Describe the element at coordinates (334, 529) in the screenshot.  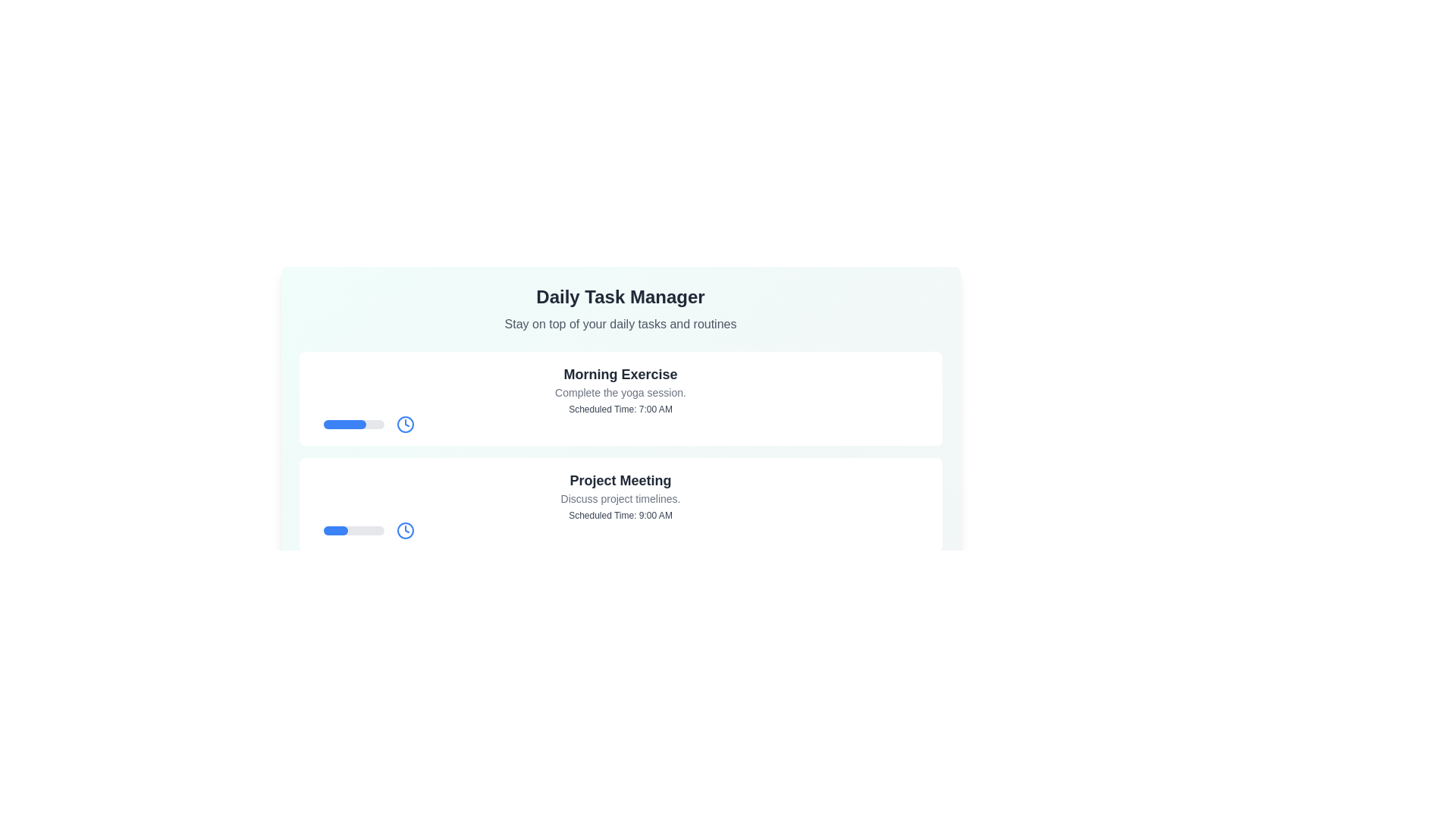
I see `the filled portion of the progress bar, which is blue and located below the 'Project Meeting' section, indicating approximately 40% completion` at that location.